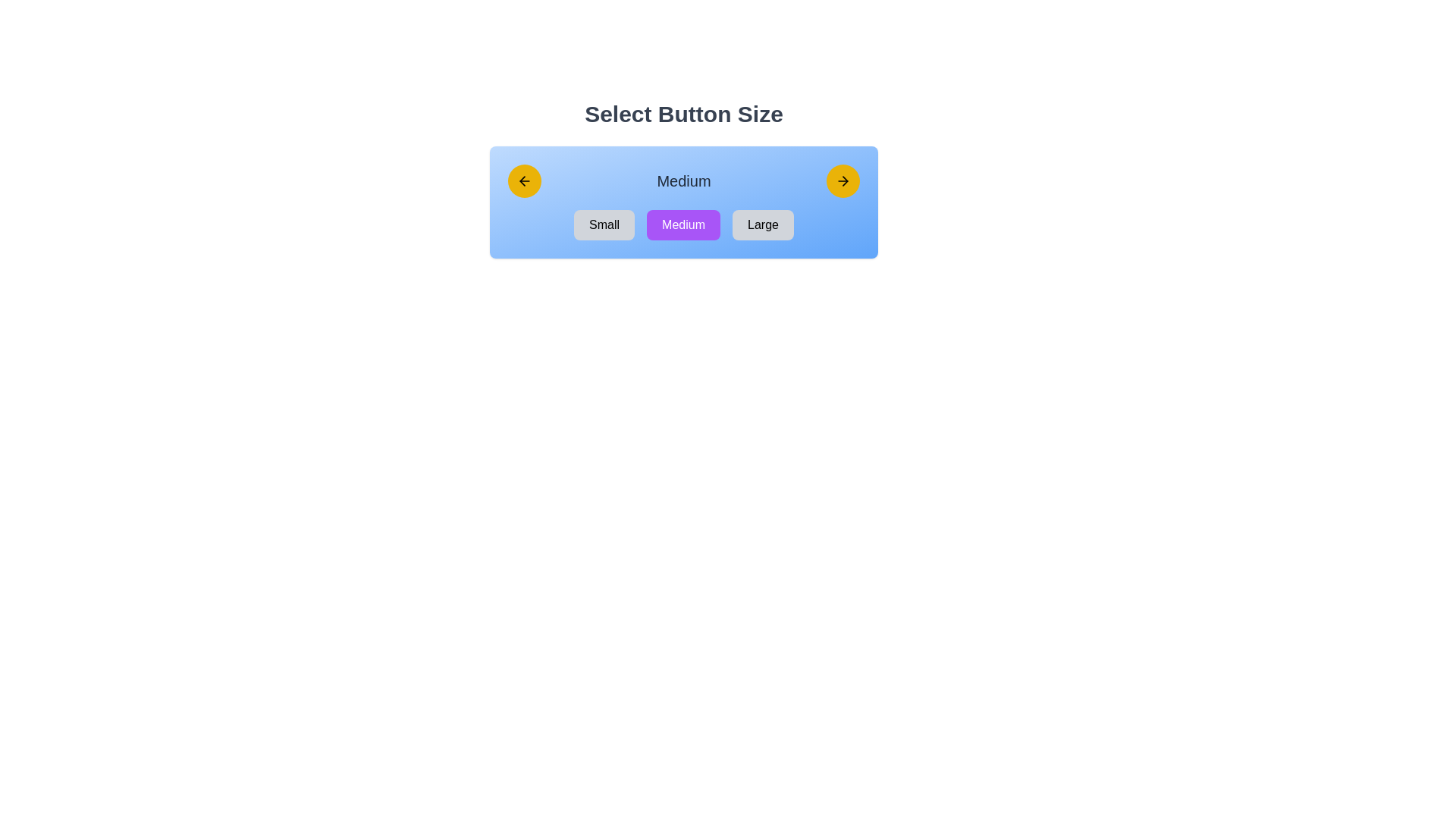 This screenshot has width=1456, height=819. Describe the element at coordinates (682, 225) in the screenshot. I see `the 'Medium' button located between the 'Small' and 'Large' buttons in the size selection section` at that location.